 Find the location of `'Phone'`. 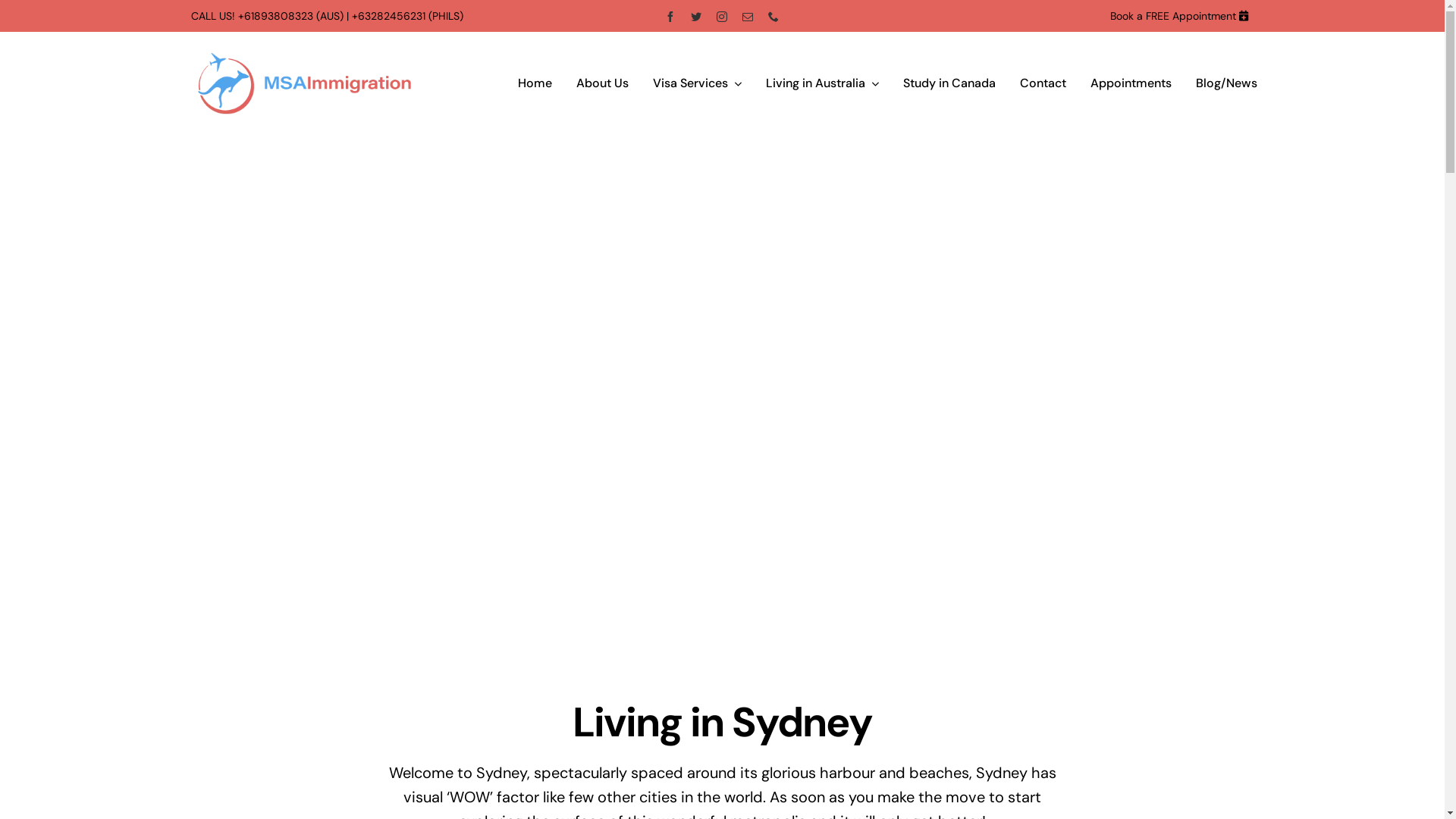

'Phone' is located at coordinates (773, 15).